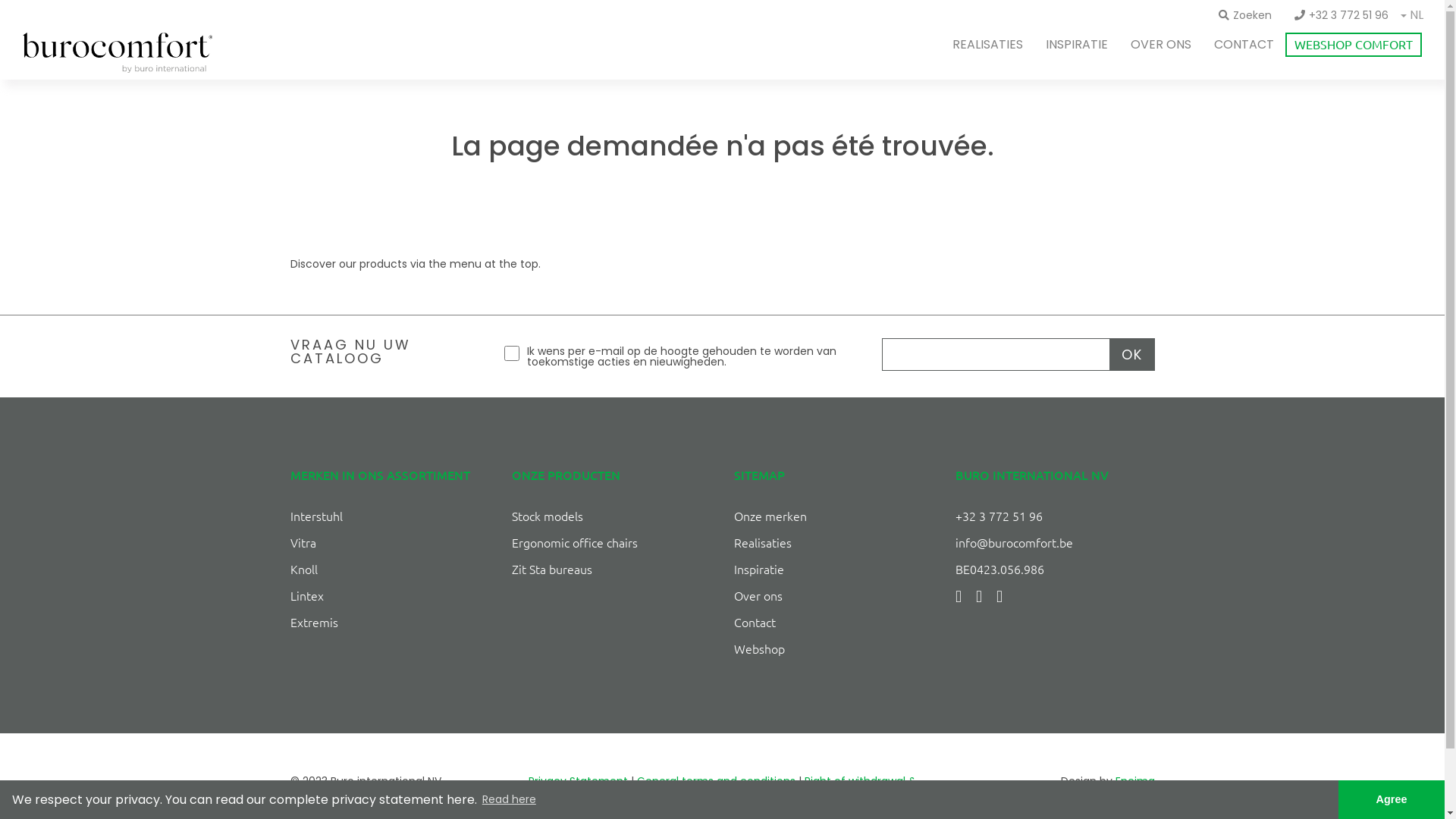  Describe the element at coordinates (770, 514) in the screenshot. I see `'Onze merken'` at that location.